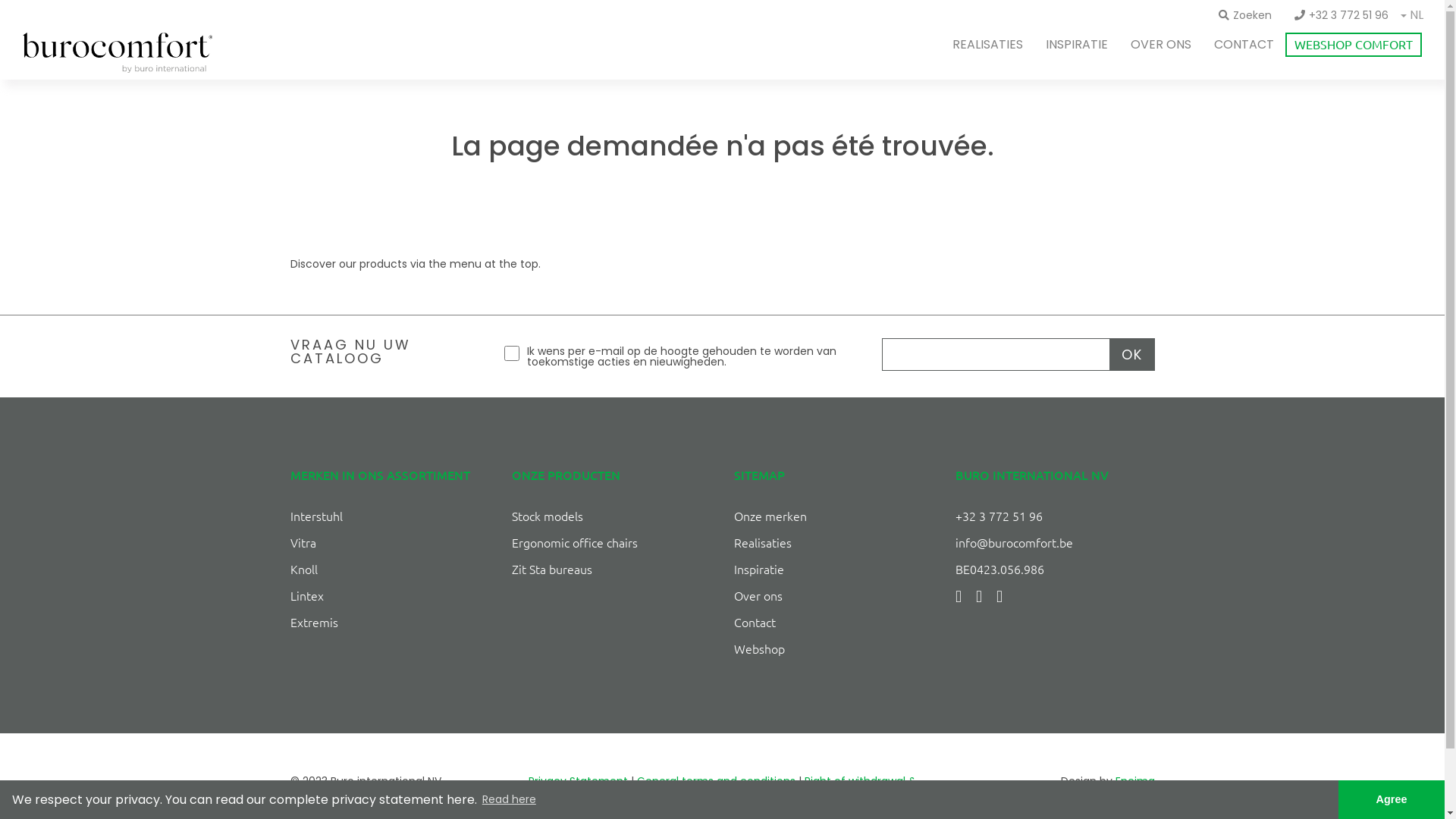  Describe the element at coordinates (770, 514) in the screenshot. I see `'Onze merken'` at that location.